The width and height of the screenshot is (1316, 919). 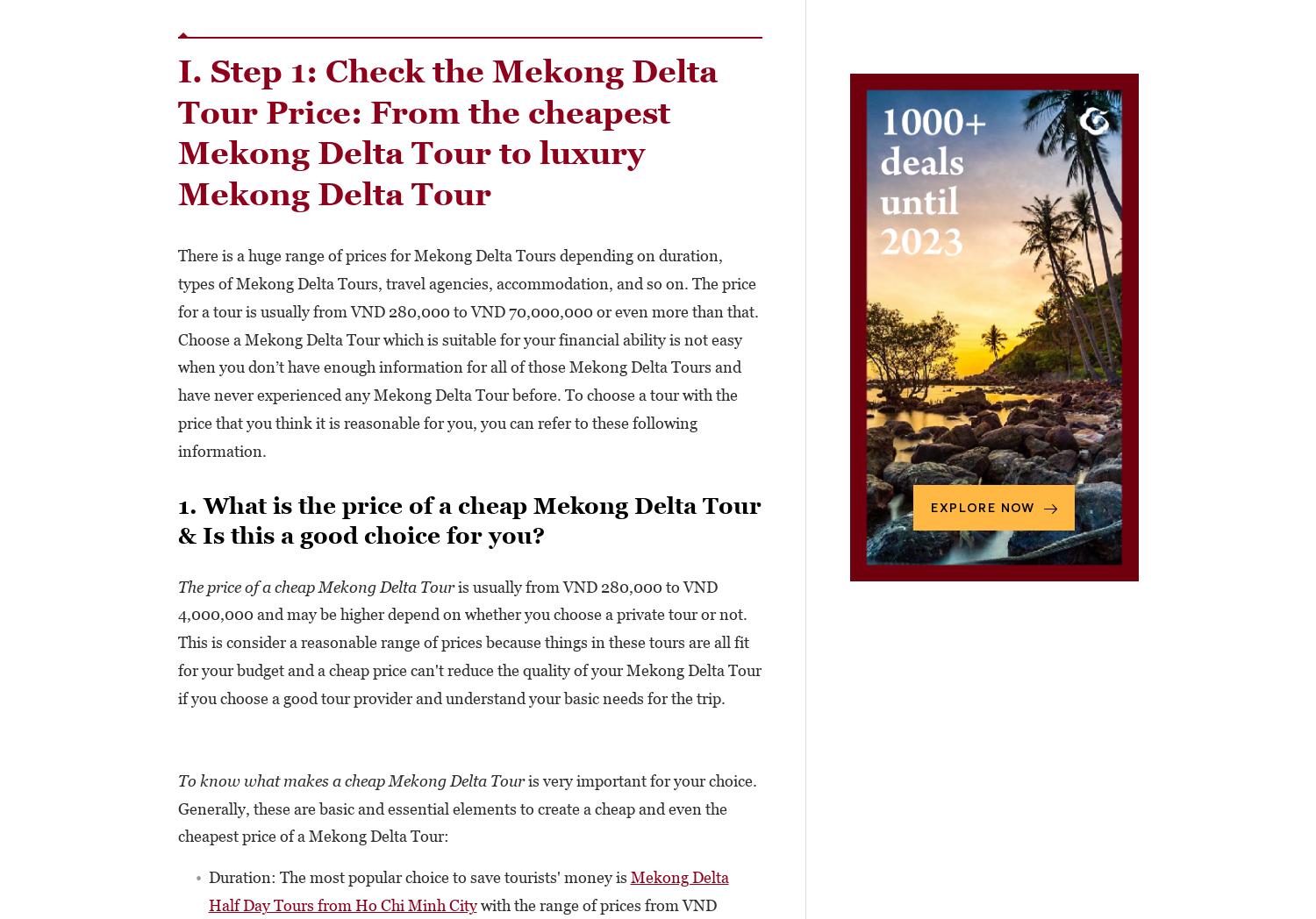 I want to click on 'is usually from VND 280,000 to VND 4,000,000 and may be higher depend on whether you choose a private tour or not. This is consider a reasonable range of prices because things in these tours are all fit for your budget and a cheap price can't reduce the quality of your Mekong Delta Tour if you choose a good tour provider and understand your basic needs for the trip.', so click(x=468, y=641).